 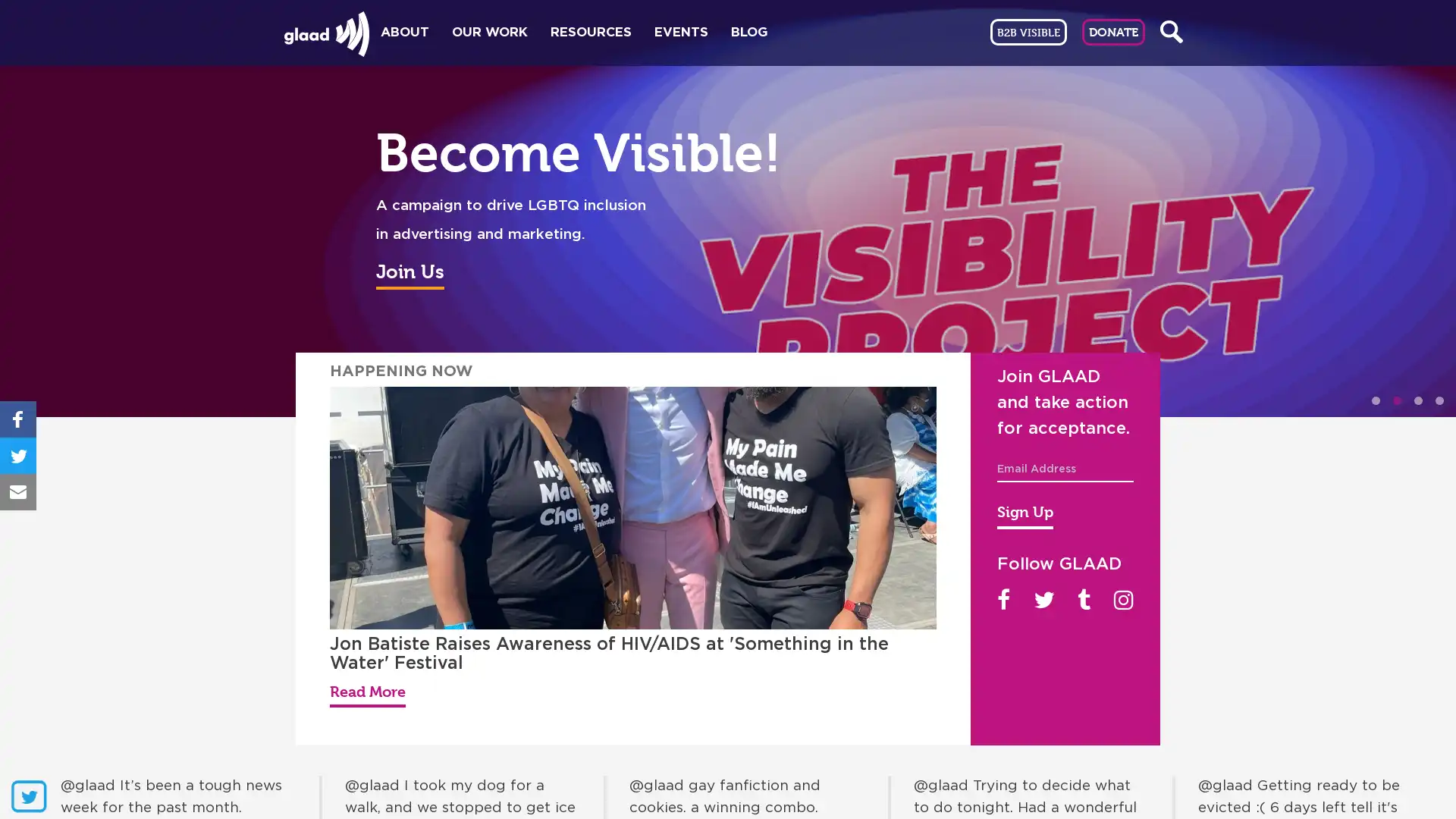 What do you see at coordinates (1106, 180) in the screenshot?
I see `Close` at bounding box center [1106, 180].